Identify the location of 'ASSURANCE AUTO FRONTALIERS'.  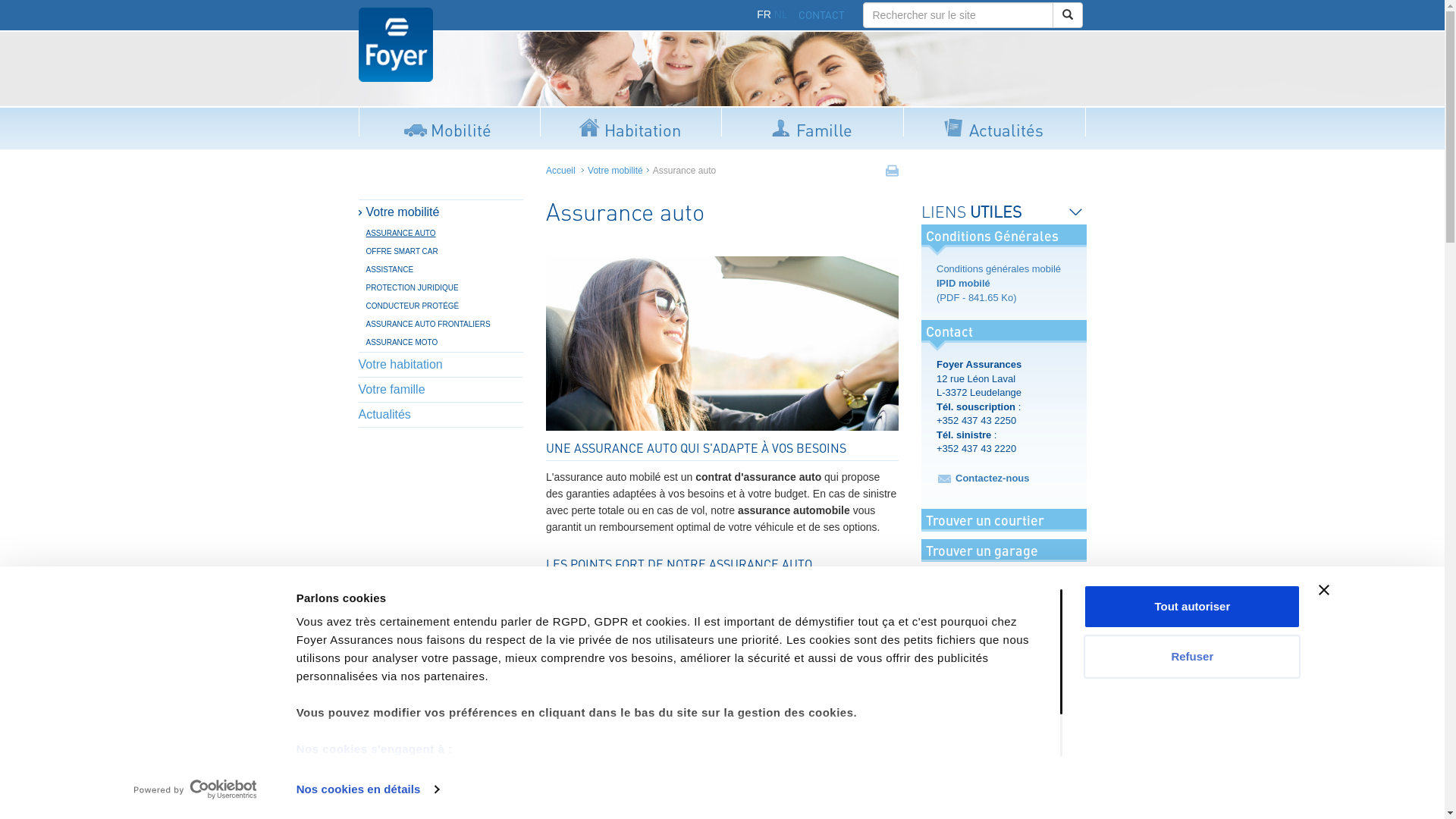
(443, 324).